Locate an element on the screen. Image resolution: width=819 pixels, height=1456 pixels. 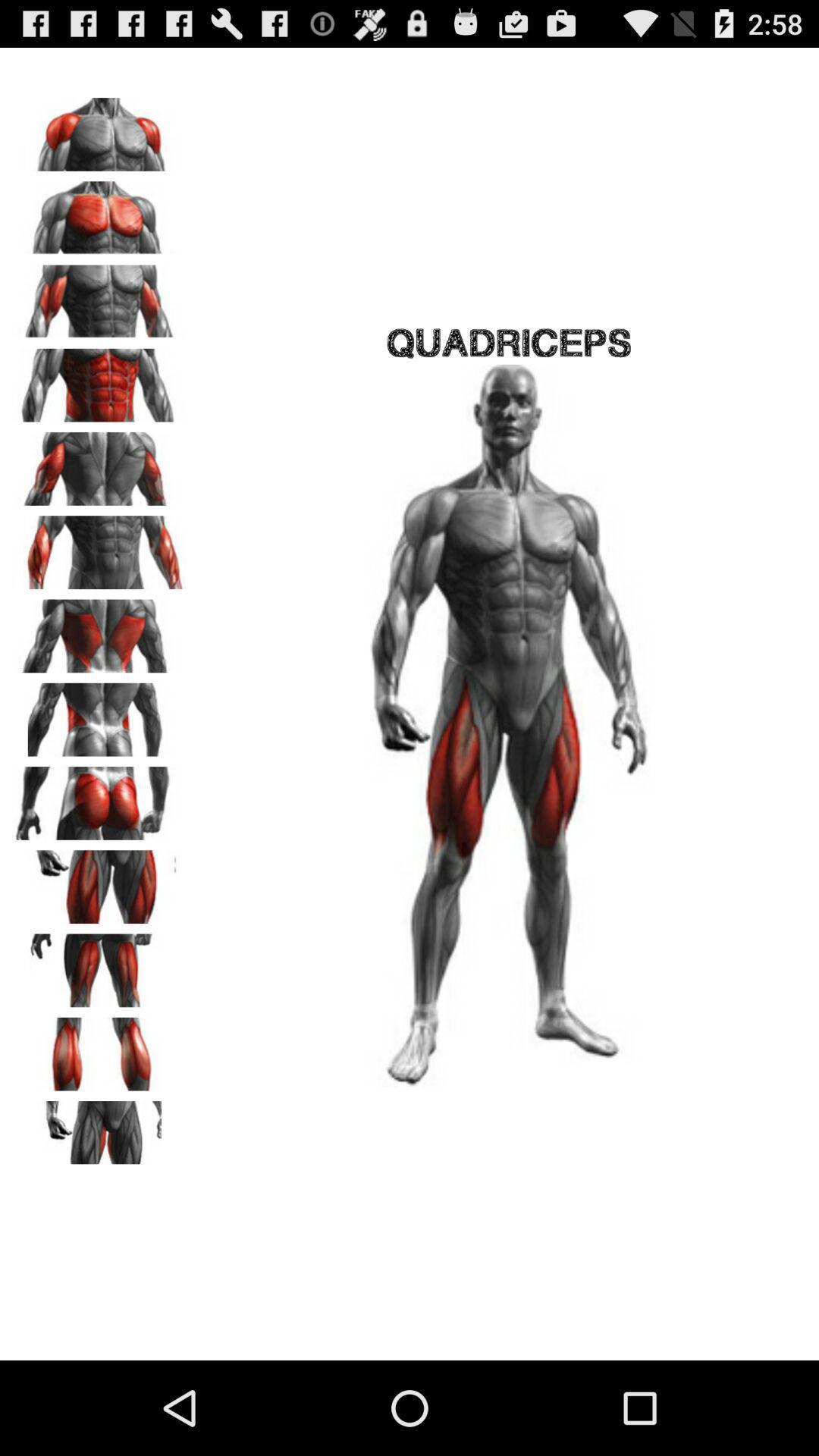
click front of the human body is located at coordinates (99, 212).